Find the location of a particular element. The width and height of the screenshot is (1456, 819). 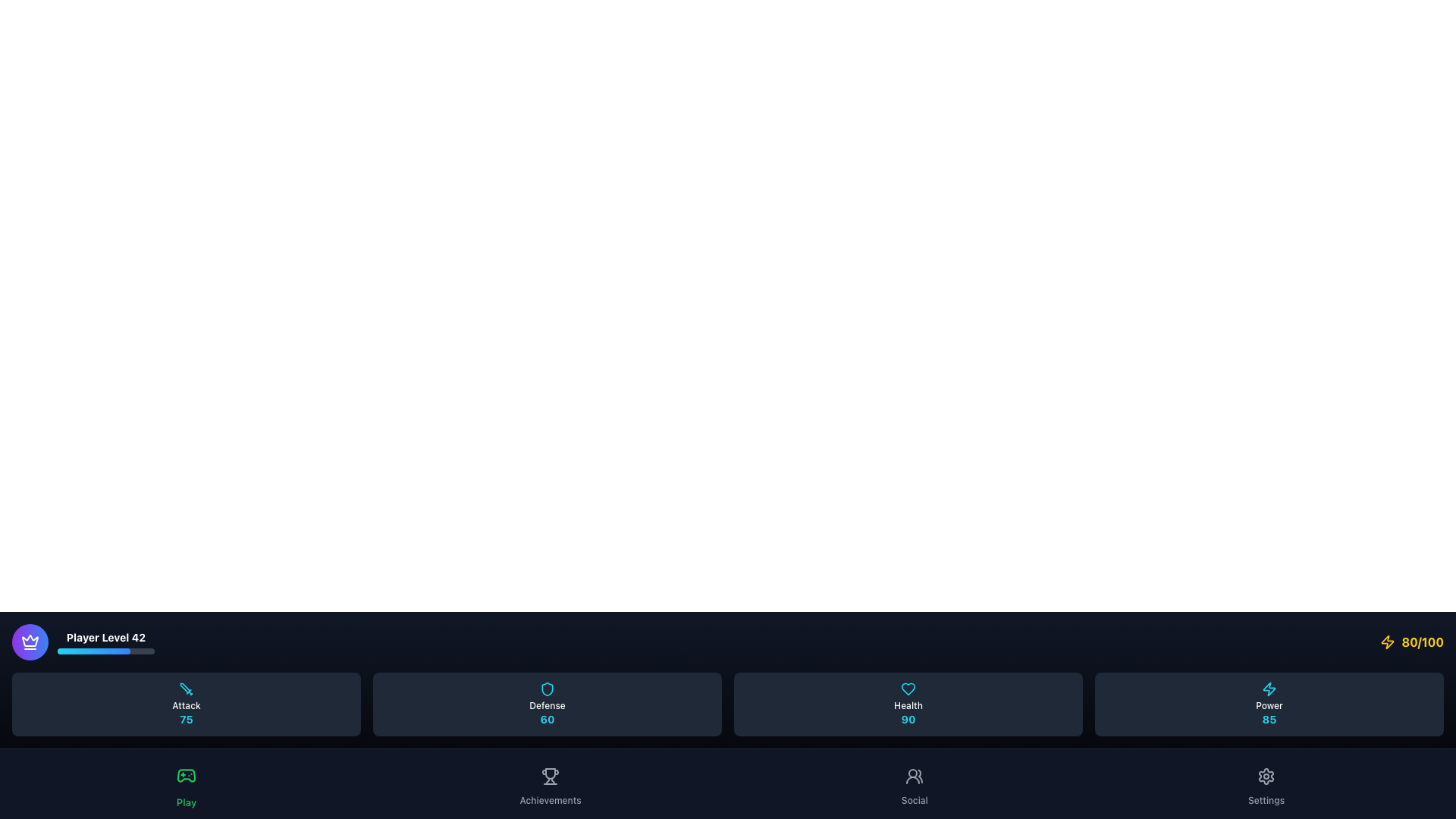

the text displaying the number '85' in cyan blue, which is styled in a bold font and located within a dark rectangular card labeled 'Power' at the bottom right of the card is located at coordinates (1269, 718).